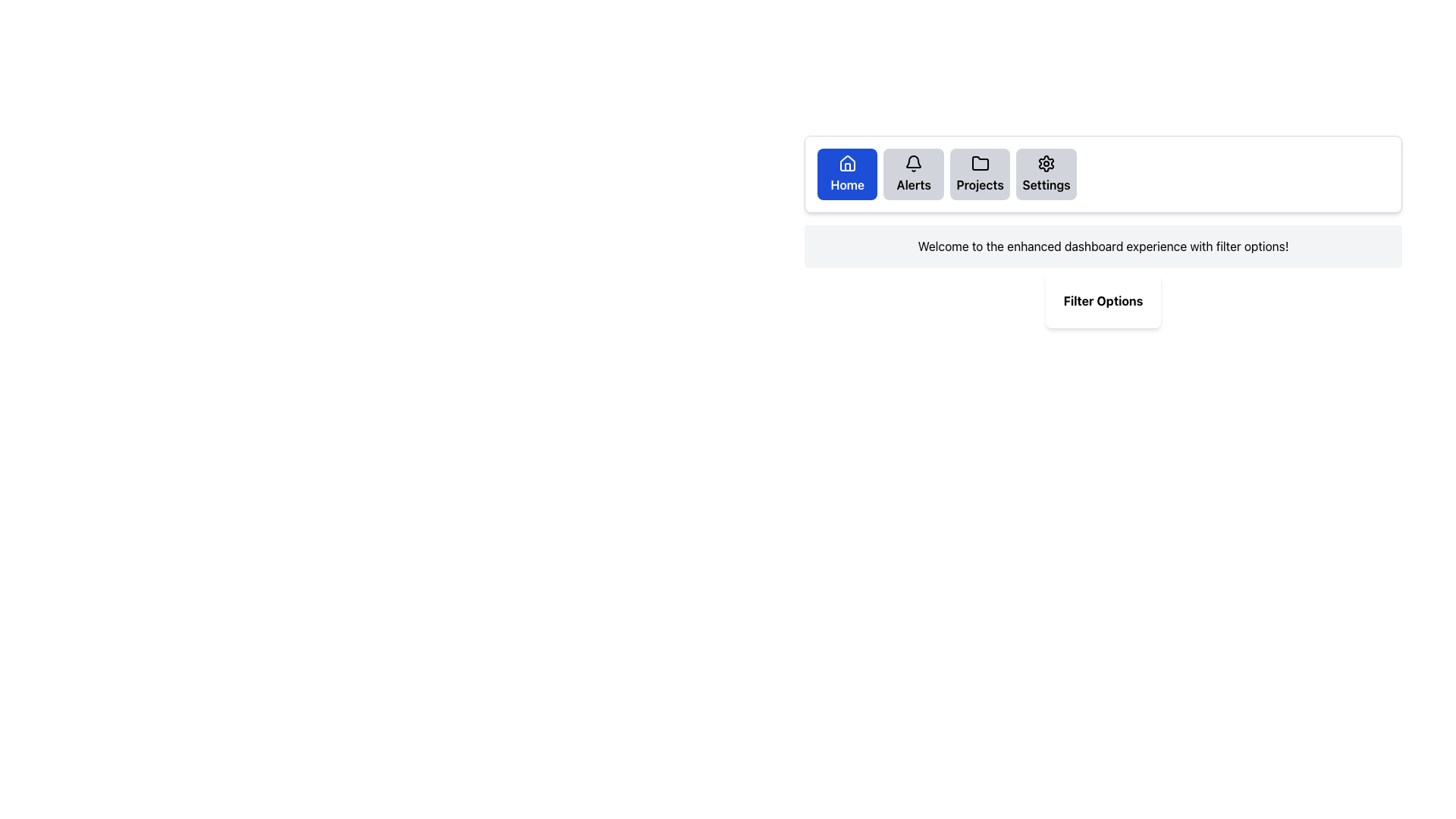 The height and width of the screenshot is (819, 1456). Describe the element at coordinates (1046, 164) in the screenshot. I see `the gear icon in the top-right section of the horizontal navigation bar` at that location.